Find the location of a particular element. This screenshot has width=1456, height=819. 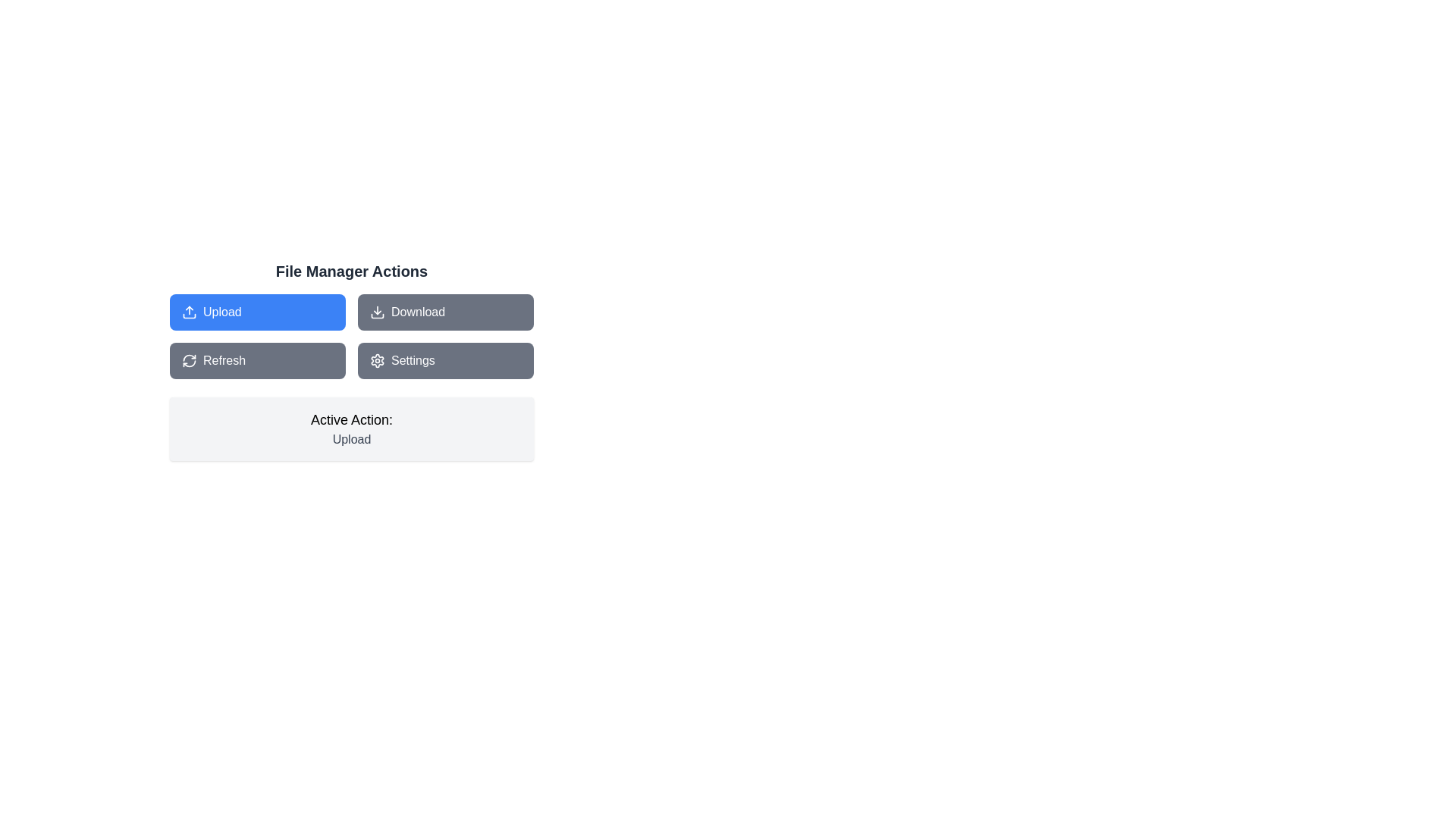

the base part of the download icon located in the top-right button labeled 'Download' is located at coordinates (378, 315).